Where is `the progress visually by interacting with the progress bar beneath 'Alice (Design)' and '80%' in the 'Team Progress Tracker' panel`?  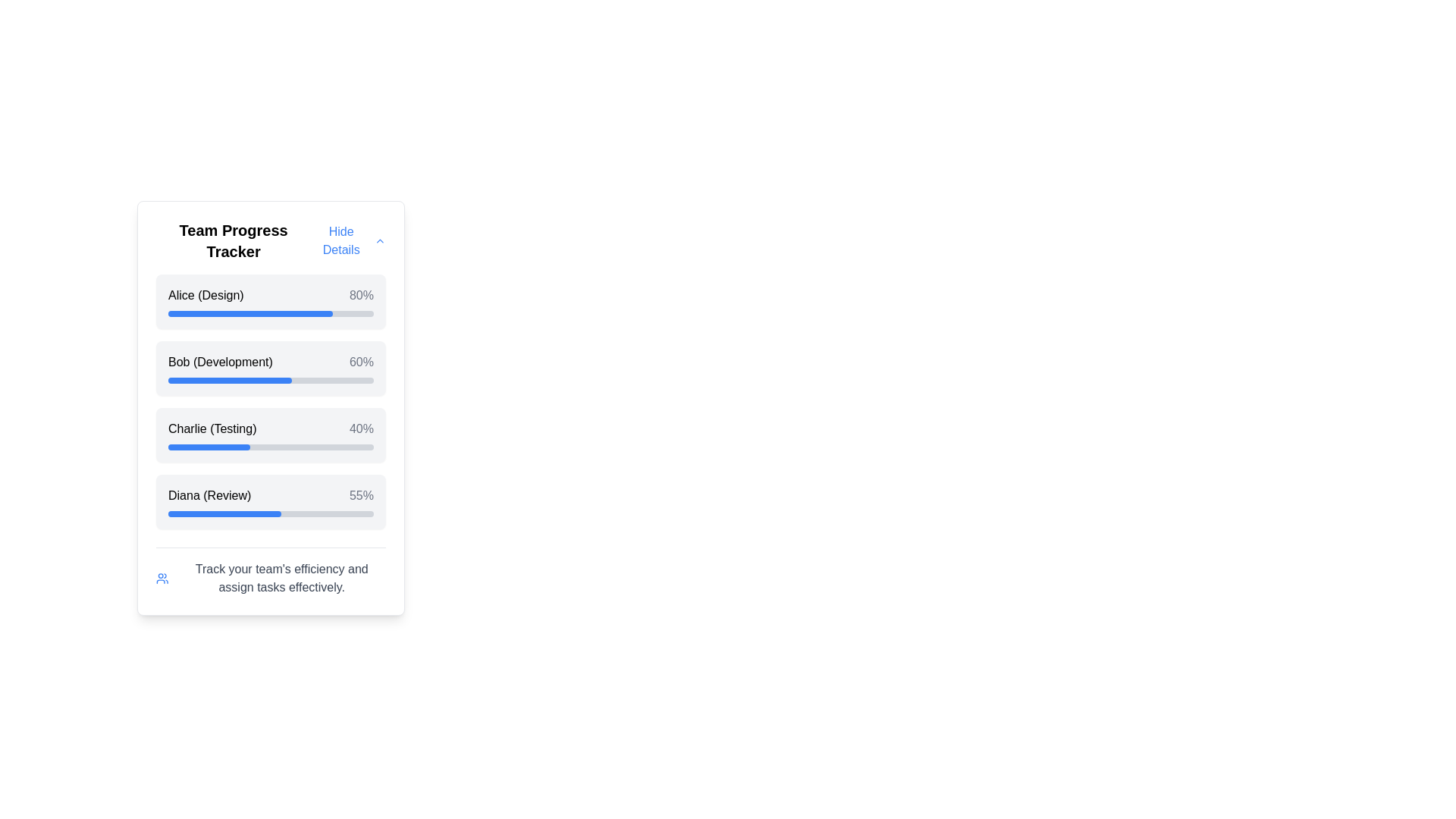
the progress visually by interacting with the progress bar beneath 'Alice (Design)' and '80%' in the 'Team Progress Tracker' panel is located at coordinates (271, 312).